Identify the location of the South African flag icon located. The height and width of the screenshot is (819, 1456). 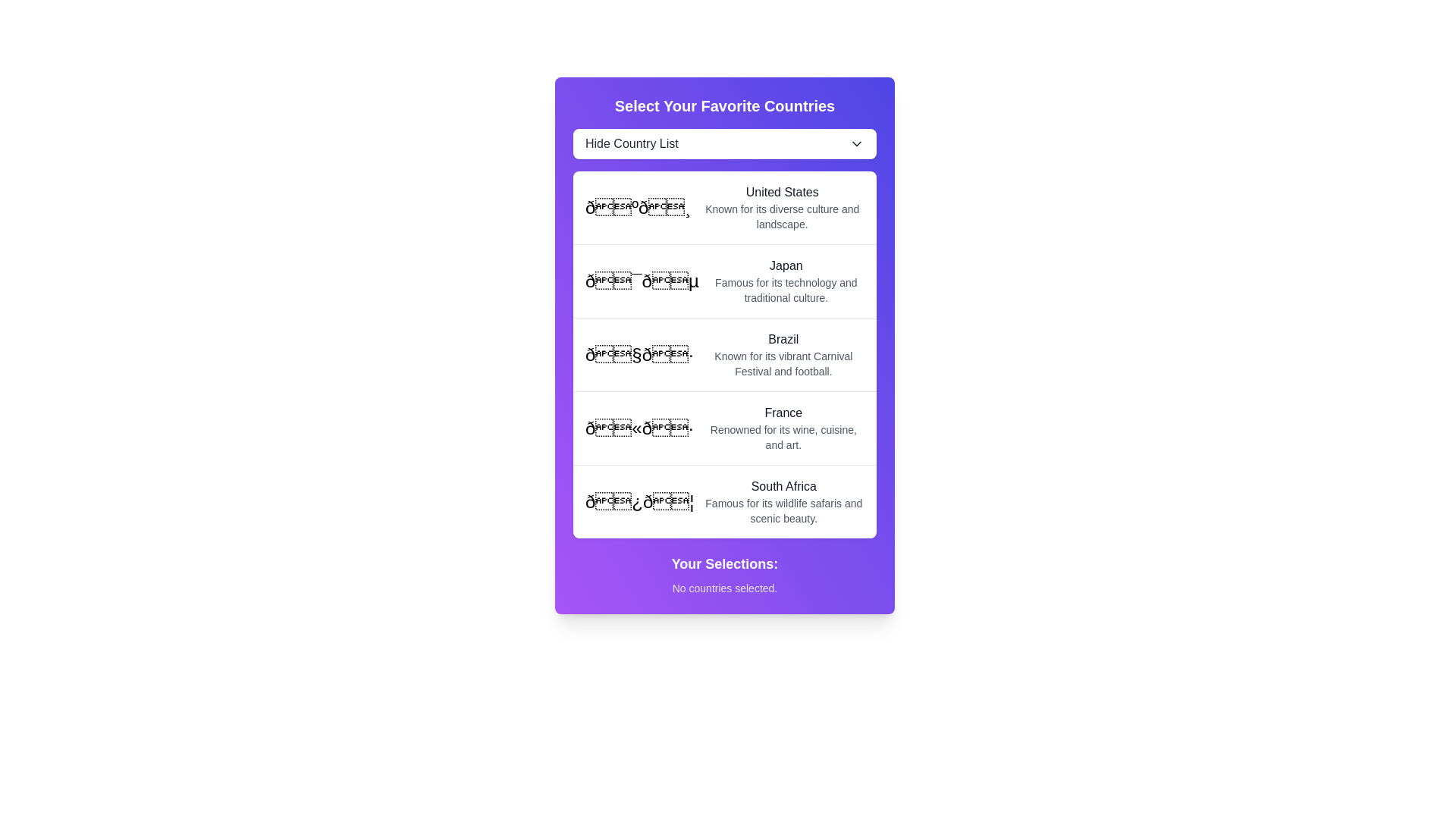
(639, 502).